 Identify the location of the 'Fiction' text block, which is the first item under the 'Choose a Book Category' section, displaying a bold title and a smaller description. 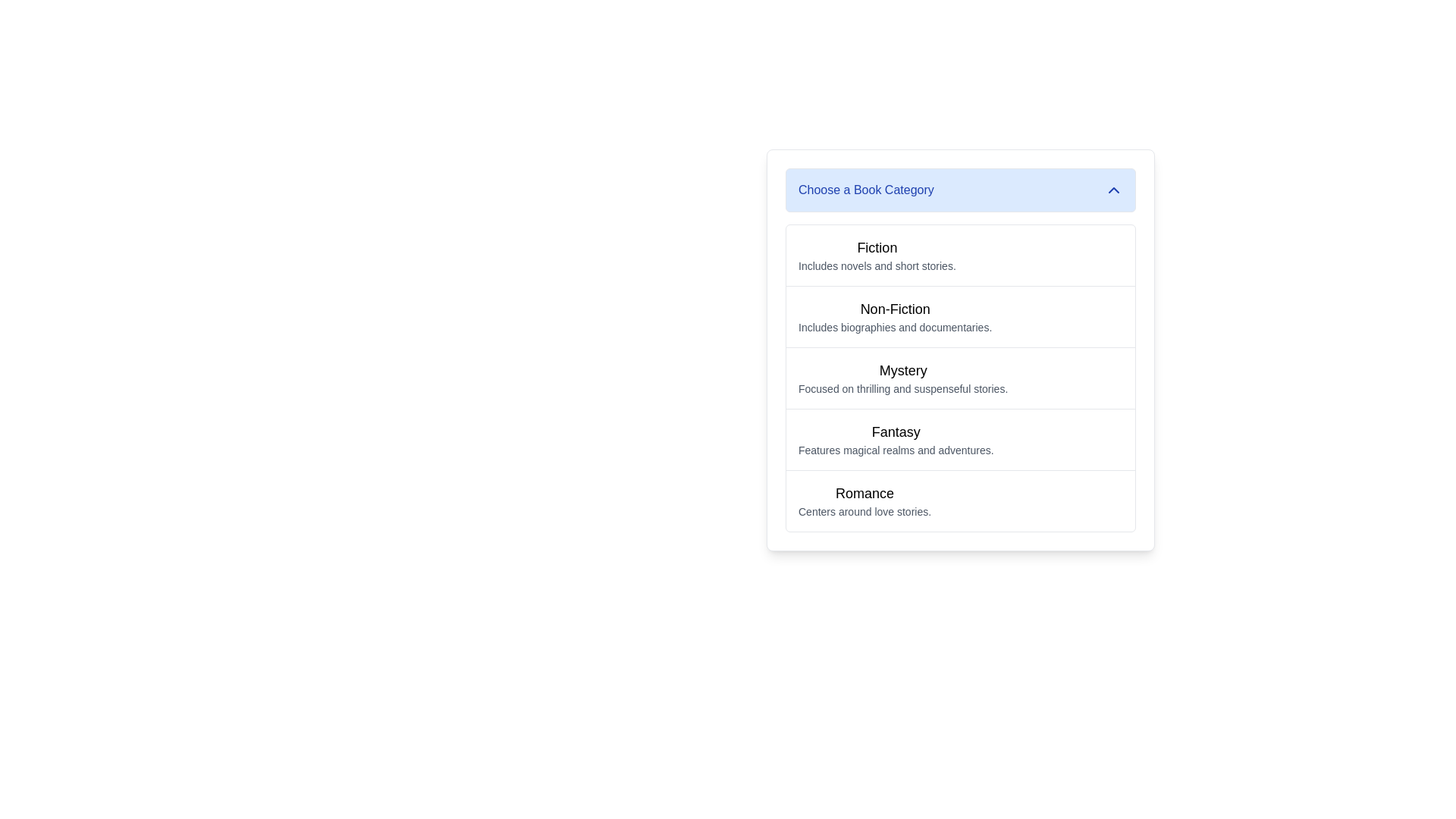
(877, 254).